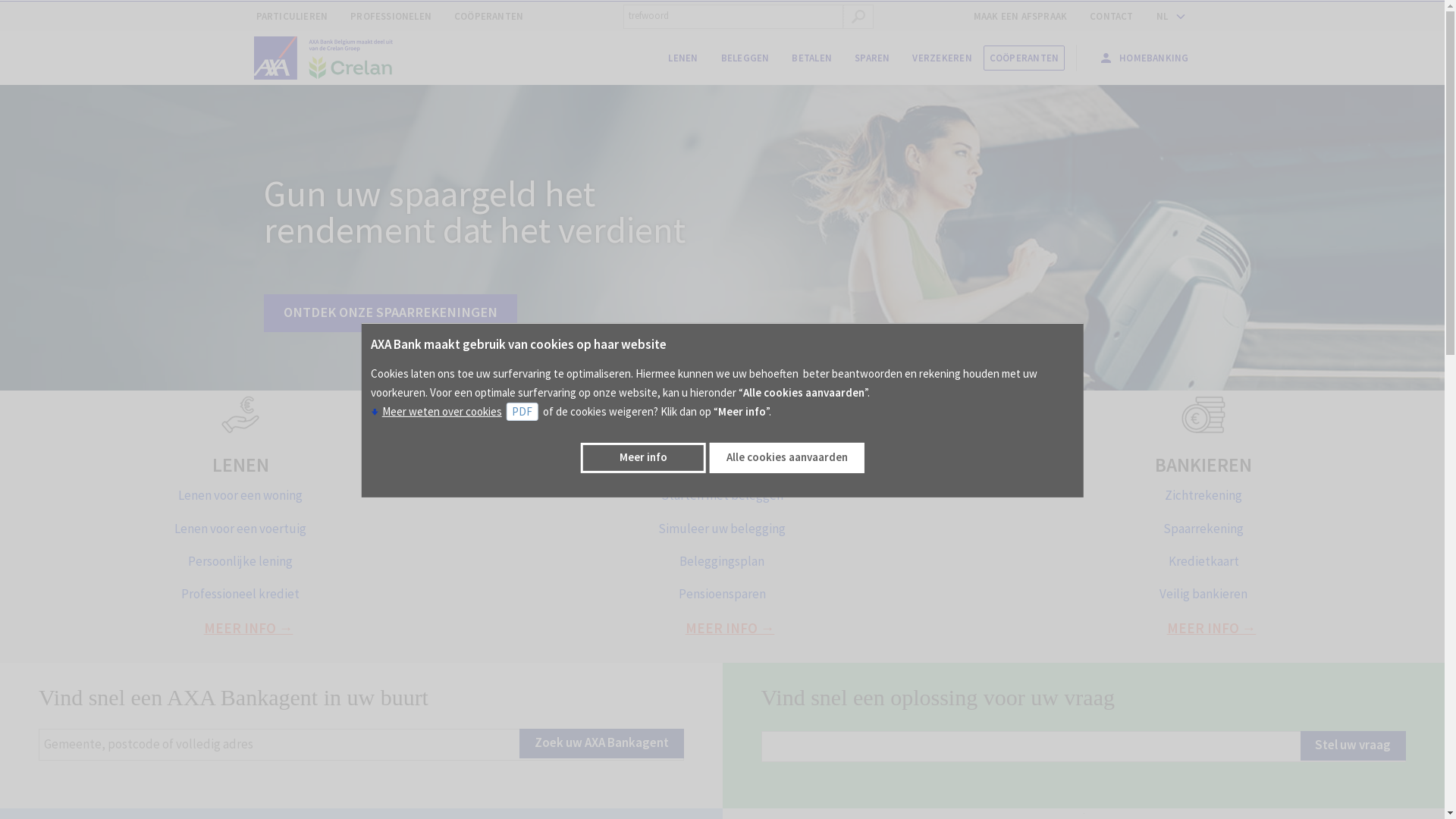  What do you see at coordinates (709, 457) in the screenshot?
I see `'Alle cookies aanvaarden'` at bounding box center [709, 457].